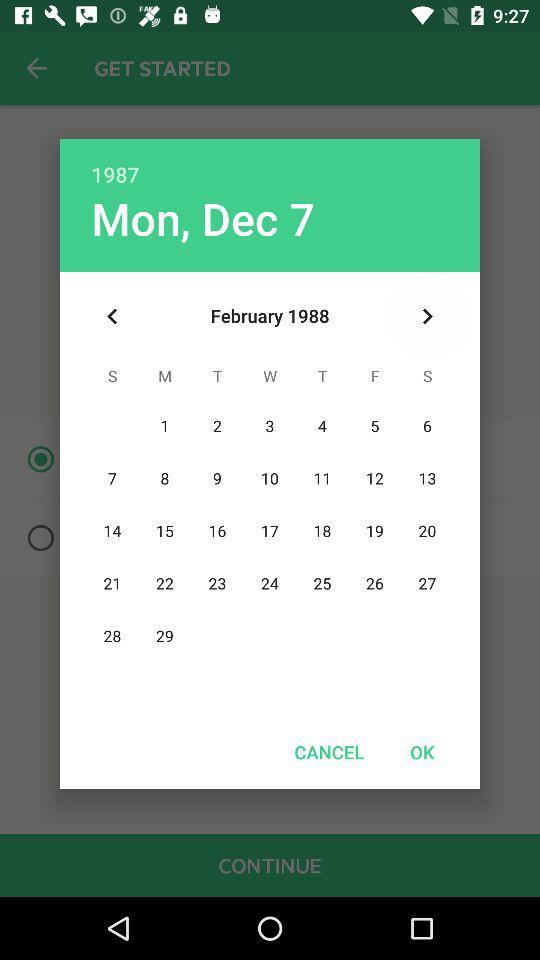 The image size is (540, 960). What do you see at coordinates (329, 751) in the screenshot?
I see `the item next to ok item` at bounding box center [329, 751].